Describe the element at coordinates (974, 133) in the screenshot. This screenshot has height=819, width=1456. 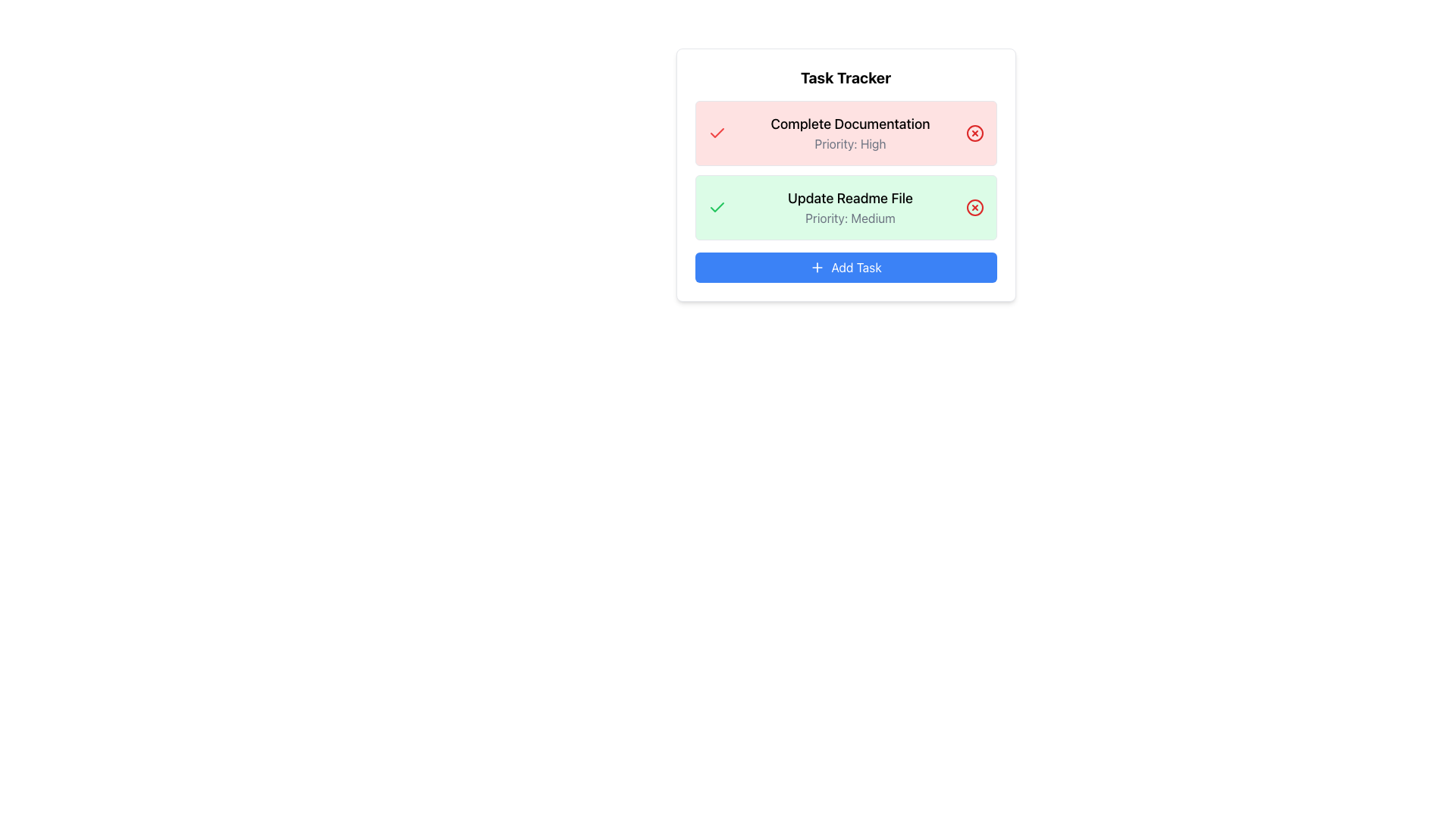
I see `the circular close button with a red stroke that contains an 'X' icon, located on the right side of the 'Complete Documentation' task row` at that location.